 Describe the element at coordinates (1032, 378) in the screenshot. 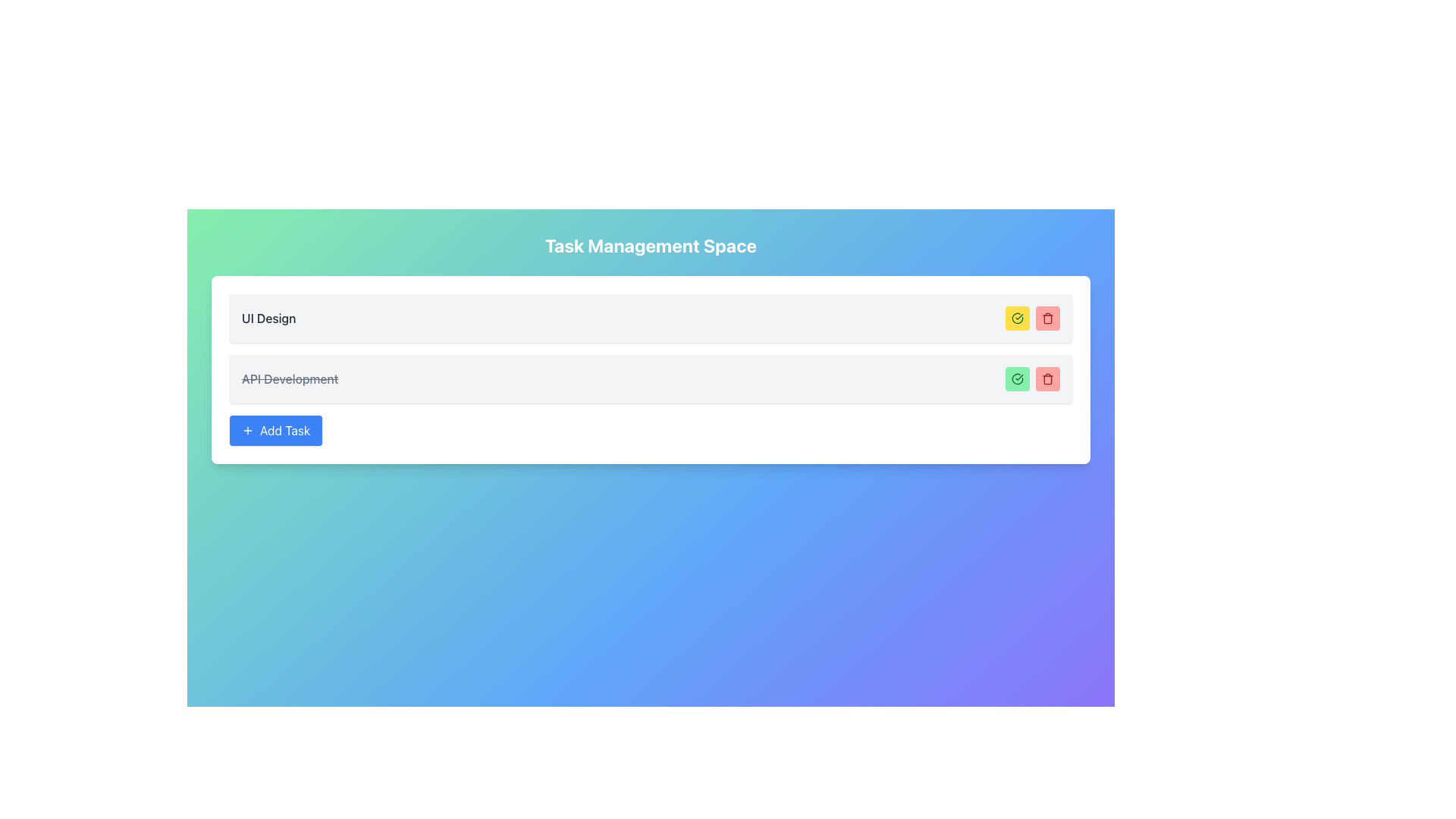

I see `the composite element containing two buttons in the 'API Development' section, which includes a green button with a checkmark and a red button with a trashcan icon, to trigger tooltip or visual feedback` at that location.